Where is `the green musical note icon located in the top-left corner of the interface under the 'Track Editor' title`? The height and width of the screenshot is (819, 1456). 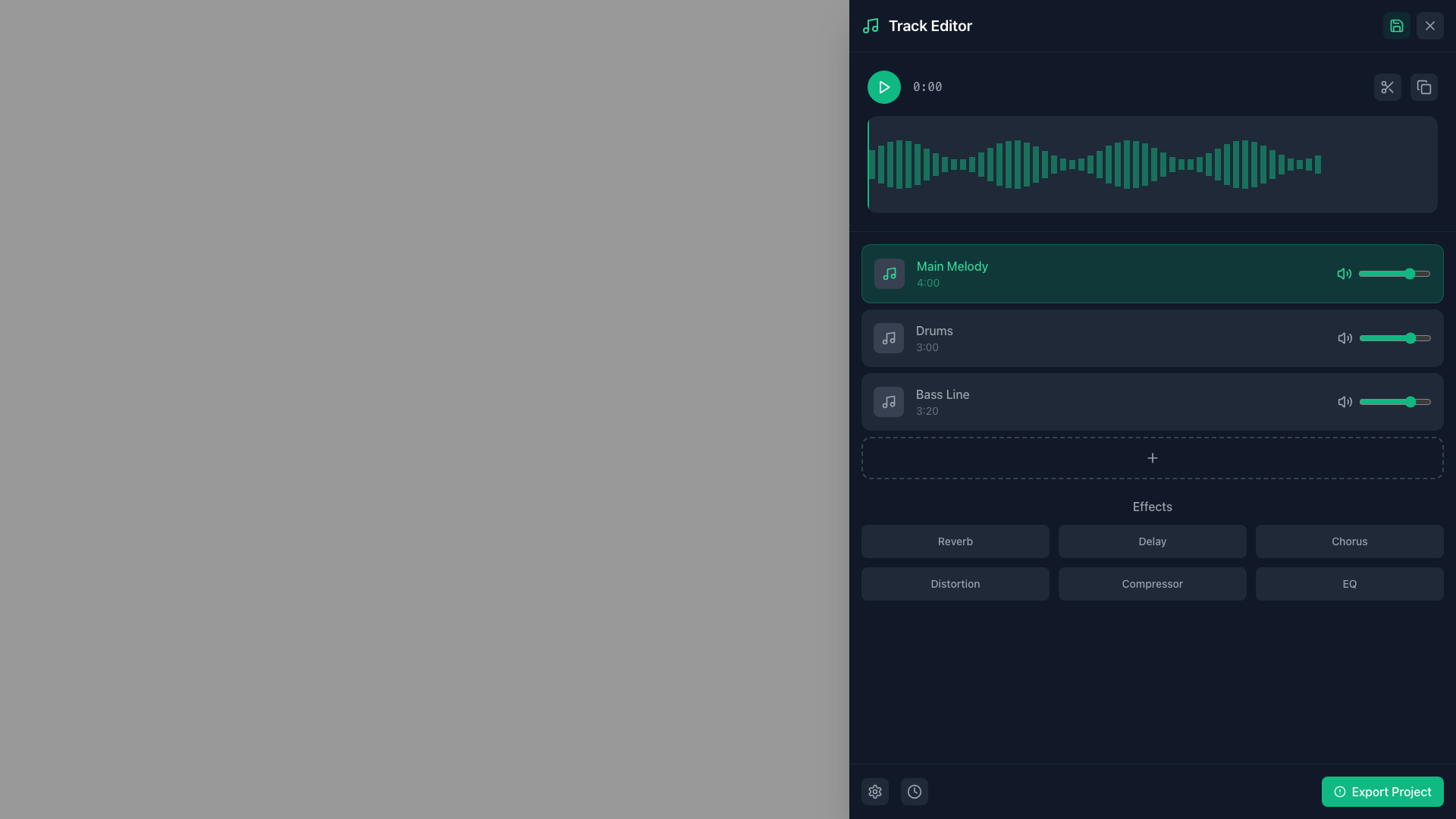
the green musical note icon located in the top-left corner of the interface under the 'Track Editor' title is located at coordinates (873, 24).